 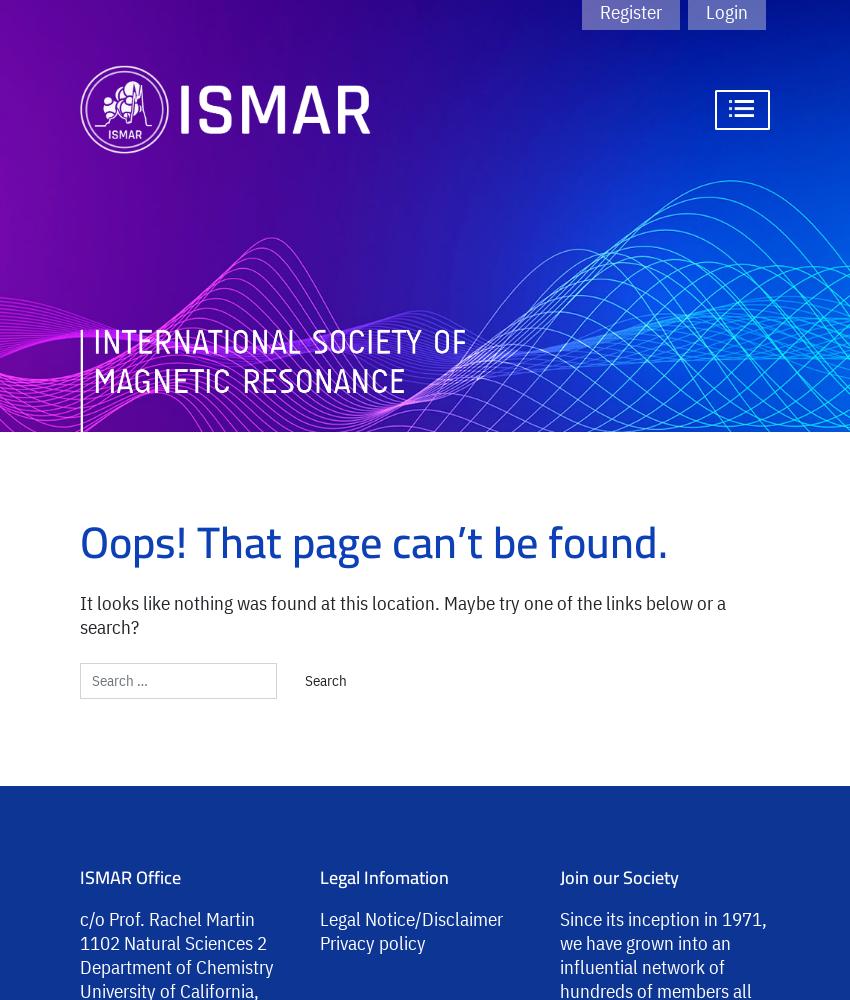 What do you see at coordinates (320, 941) in the screenshot?
I see `'Privacy policy'` at bounding box center [320, 941].